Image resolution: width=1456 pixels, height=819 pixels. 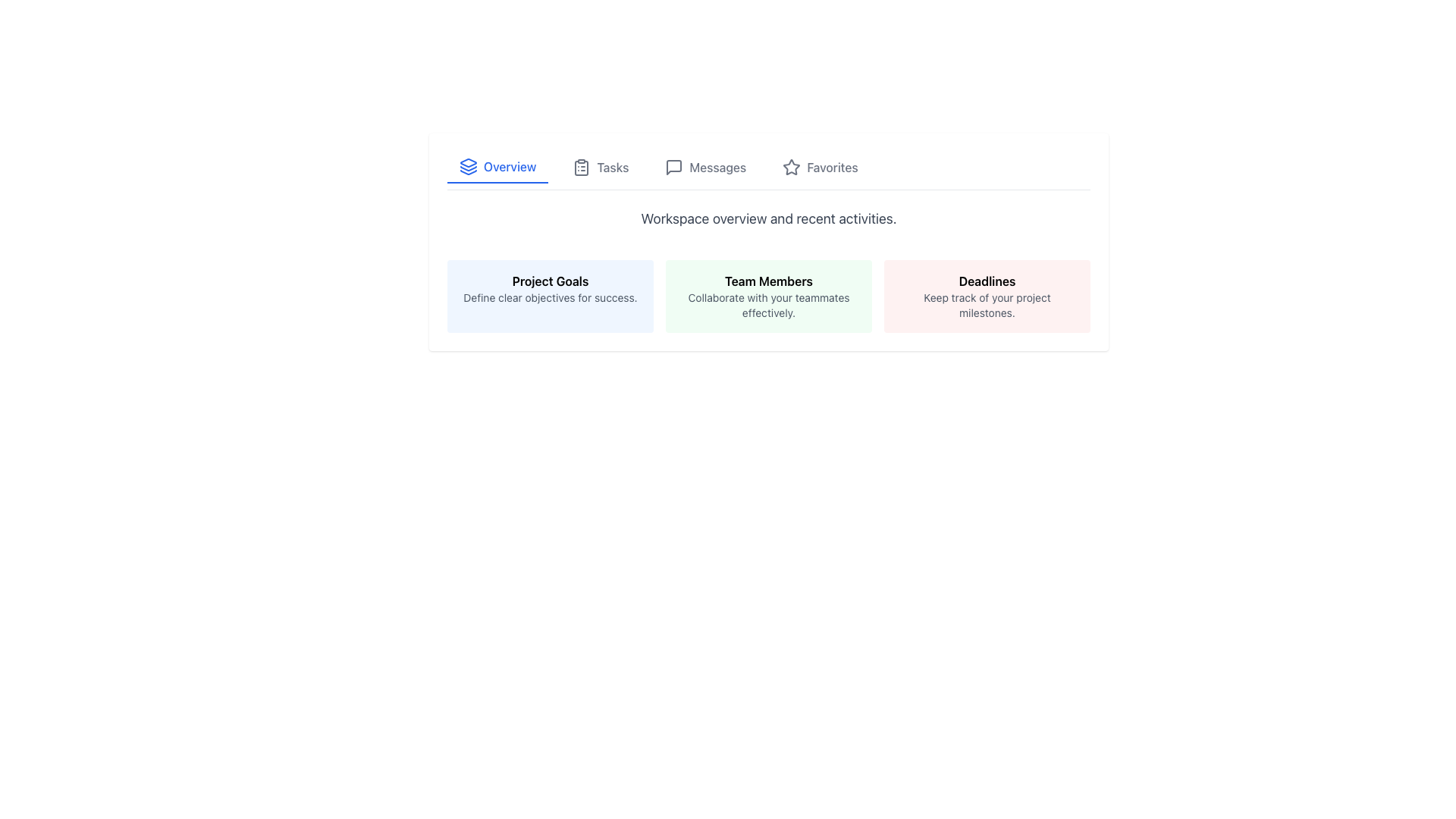 What do you see at coordinates (768, 296) in the screenshot?
I see `information displayed on the Text display card that communicates about team members and emphasizes collaboration and teamwork, located centrally in a row of three cards` at bounding box center [768, 296].